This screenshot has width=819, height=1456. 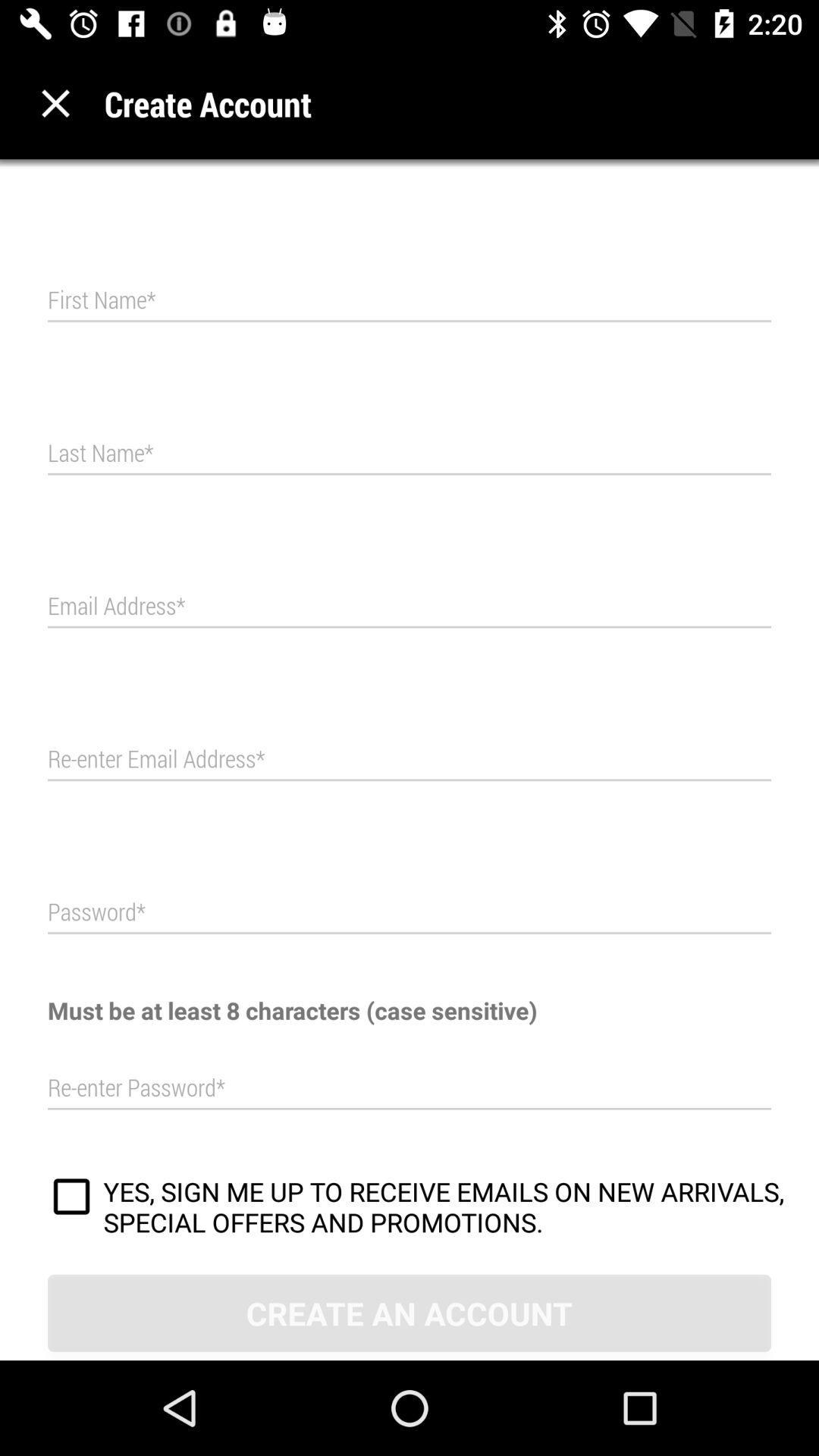 What do you see at coordinates (55, 102) in the screenshot?
I see `cross symbol beside  create account` at bounding box center [55, 102].